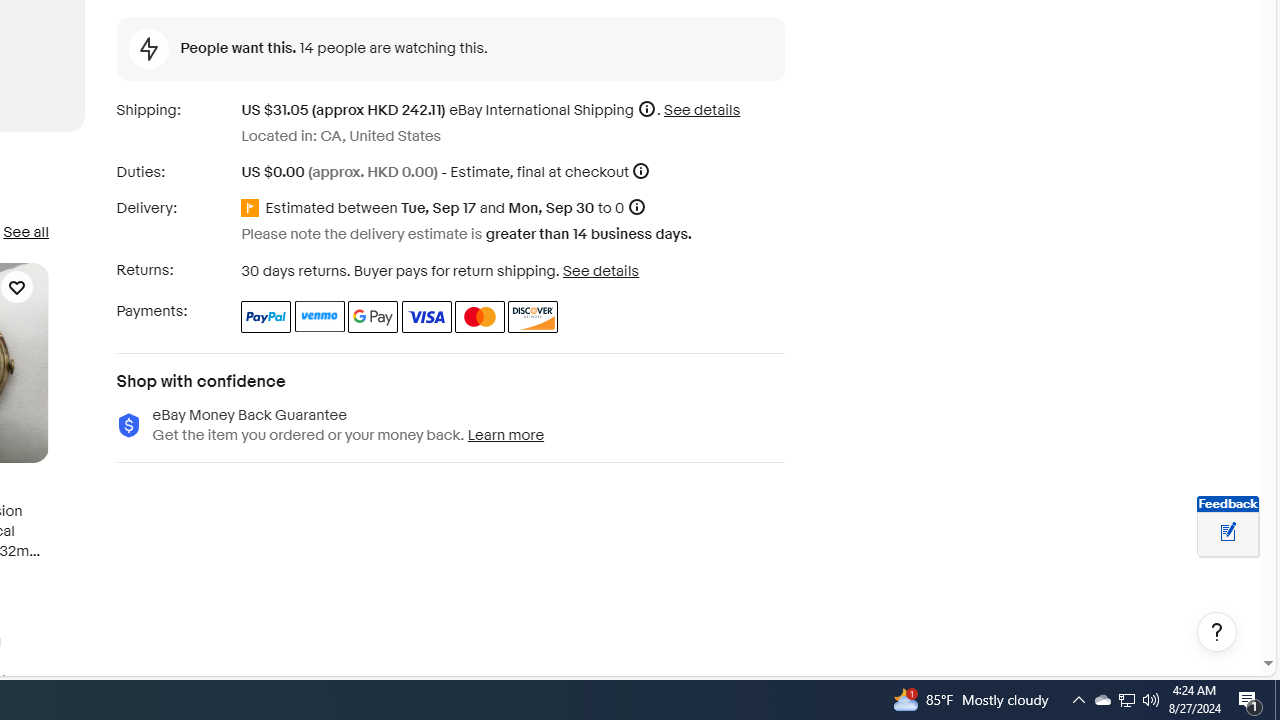 This screenshot has width=1280, height=720. Describe the element at coordinates (25, 231) in the screenshot. I see `'See all'` at that location.